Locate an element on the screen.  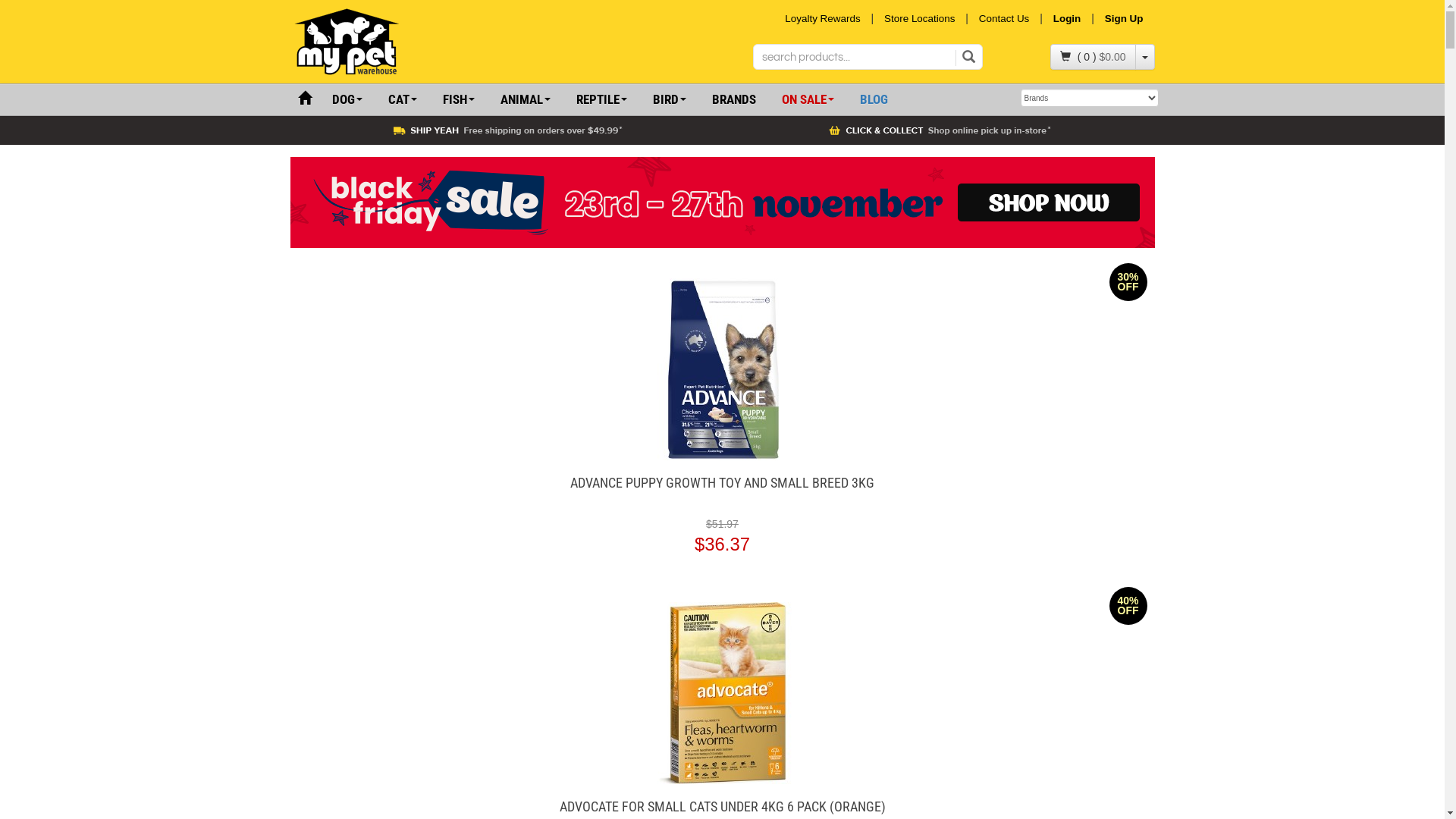
'REPTILE' is located at coordinates (600, 99).